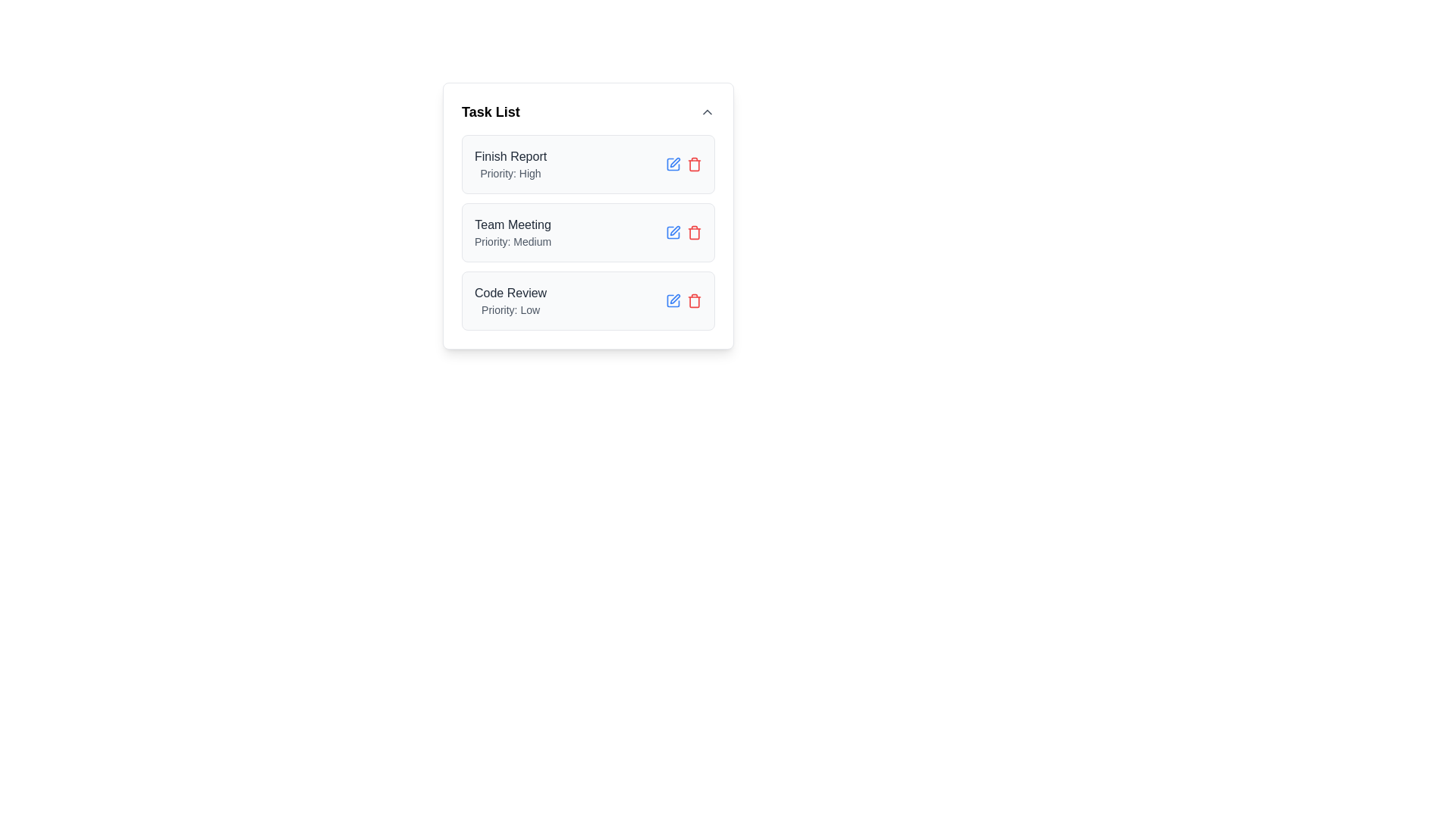 This screenshot has height=819, width=1456. I want to click on text label displaying 'Priority: High', which is styled in a smaller font size and gray color, located below the task title 'Finish Report' in the first task card of the task list, so click(510, 172).